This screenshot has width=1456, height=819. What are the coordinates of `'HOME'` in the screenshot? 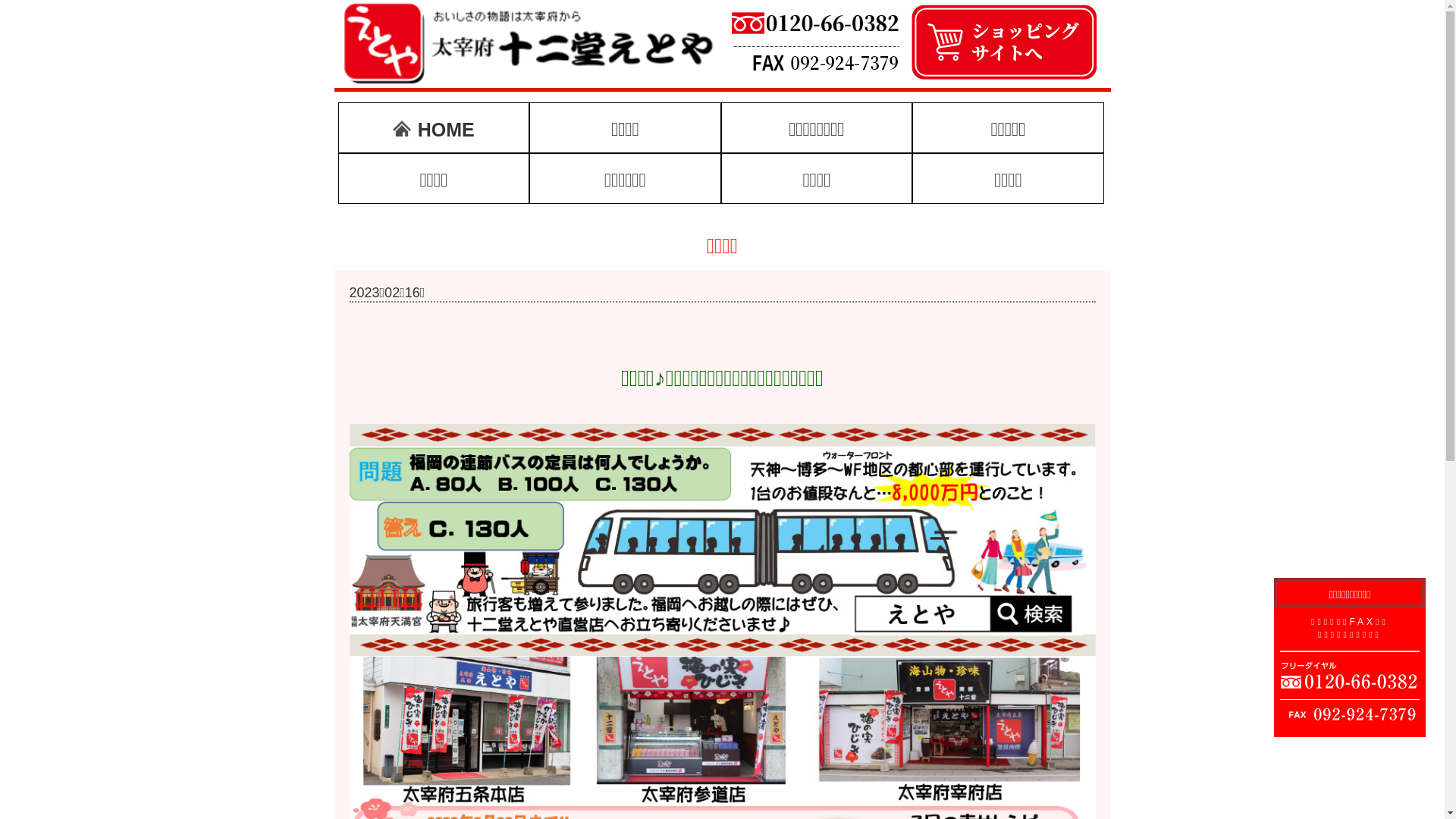 It's located at (433, 127).